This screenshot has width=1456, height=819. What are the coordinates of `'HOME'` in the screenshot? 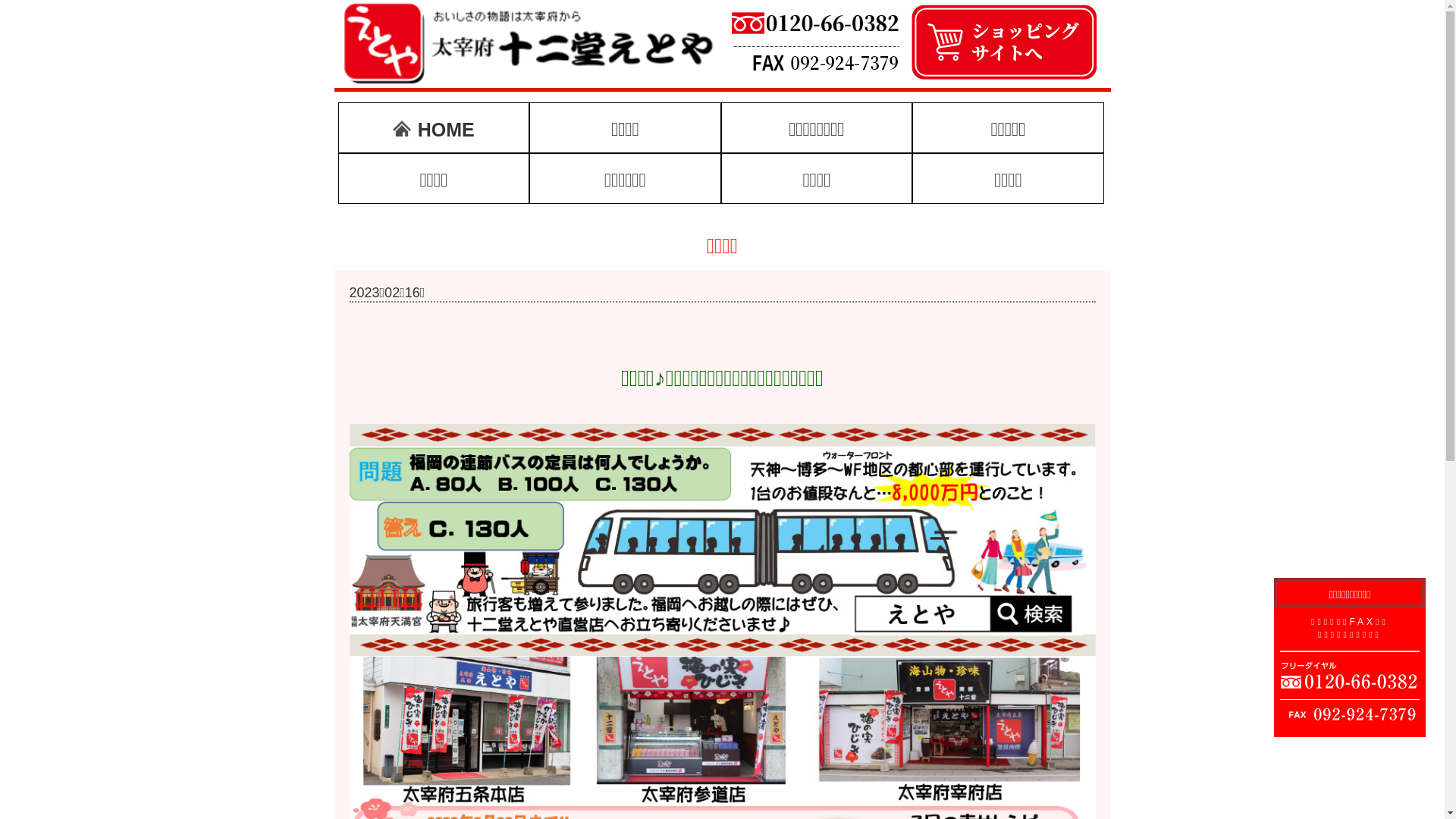 It's located at (433, 127).